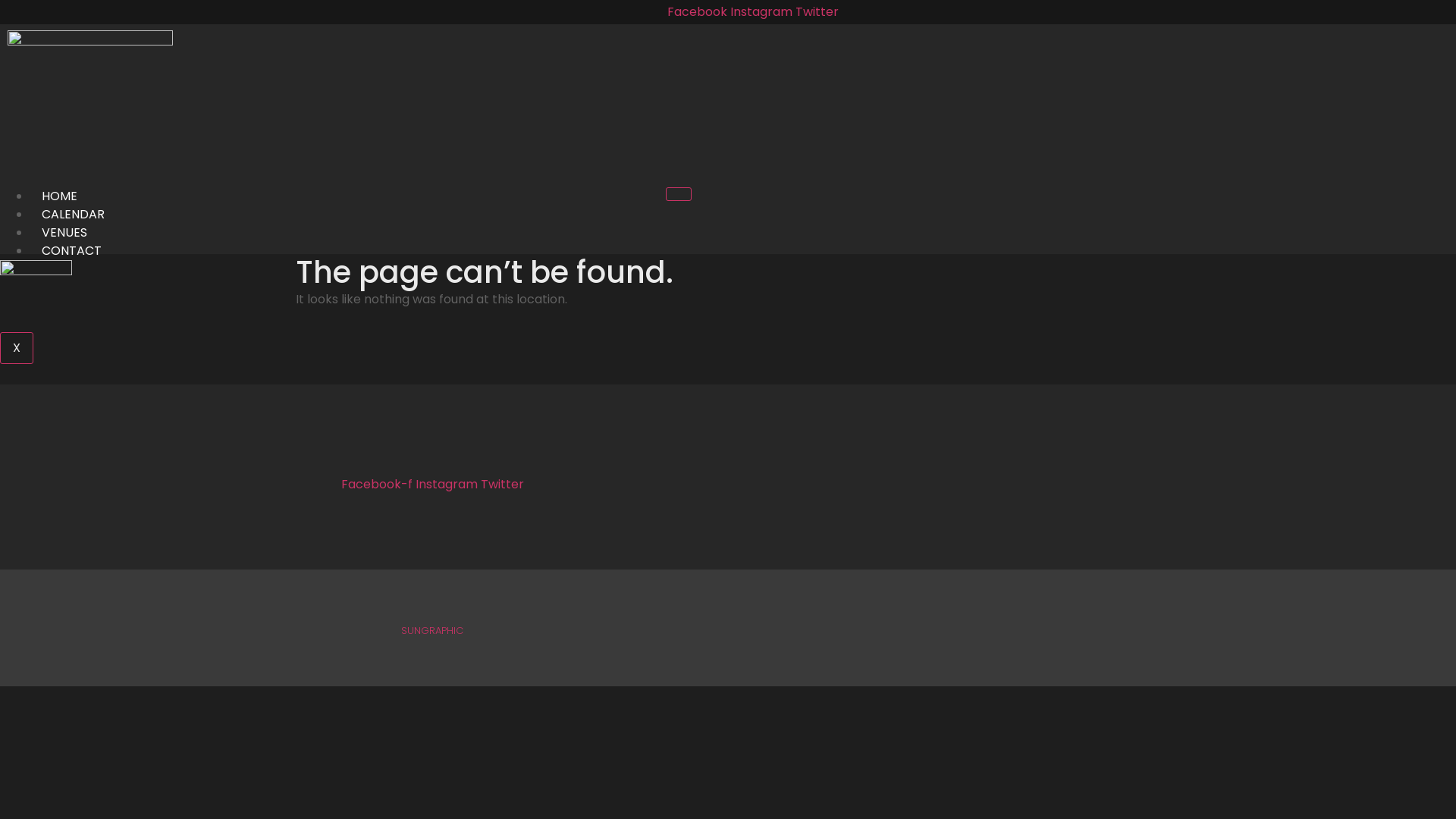  I want to click on 'X', so click(17, 348).